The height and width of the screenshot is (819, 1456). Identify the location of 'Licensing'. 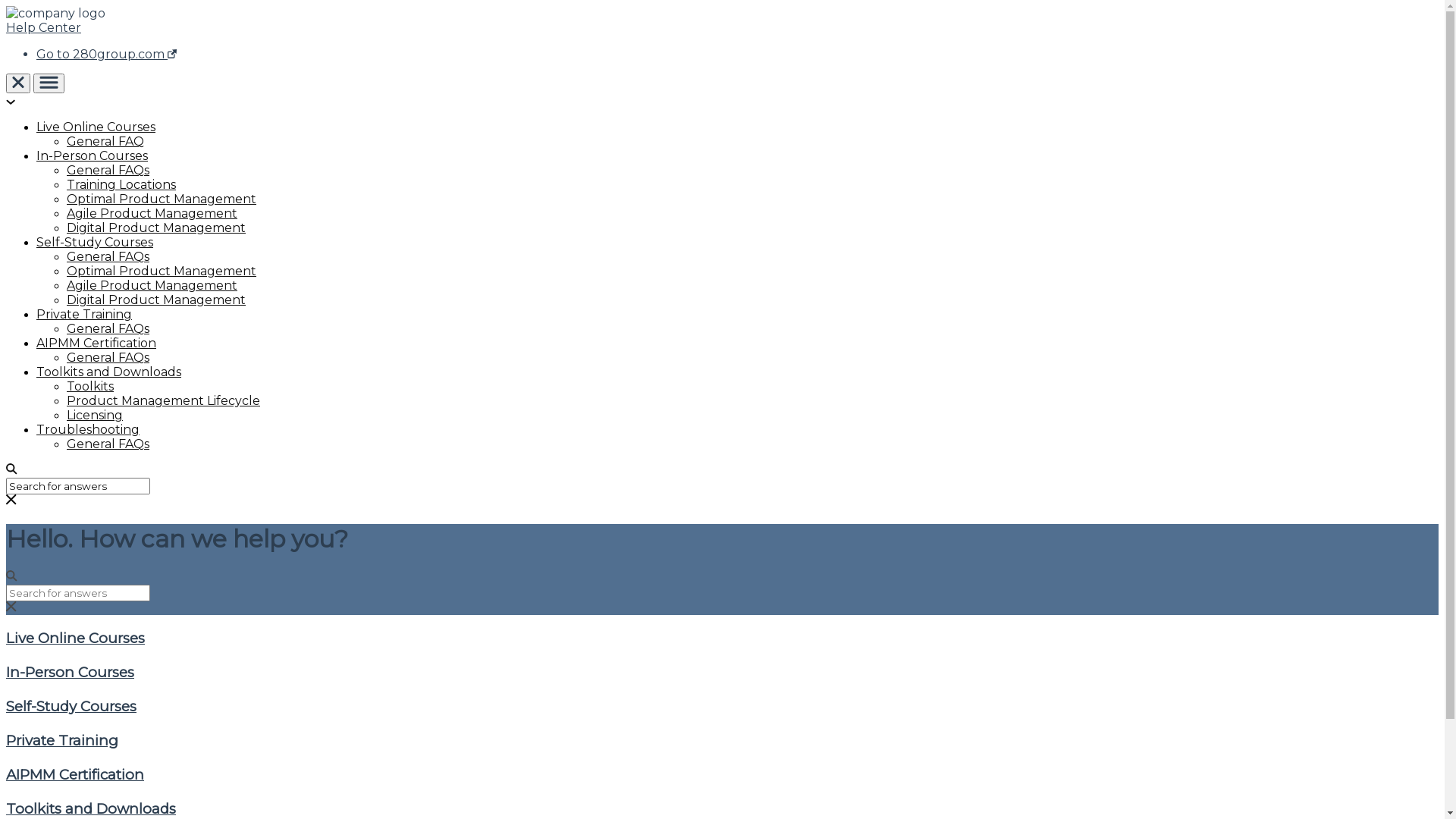
(93, 415).